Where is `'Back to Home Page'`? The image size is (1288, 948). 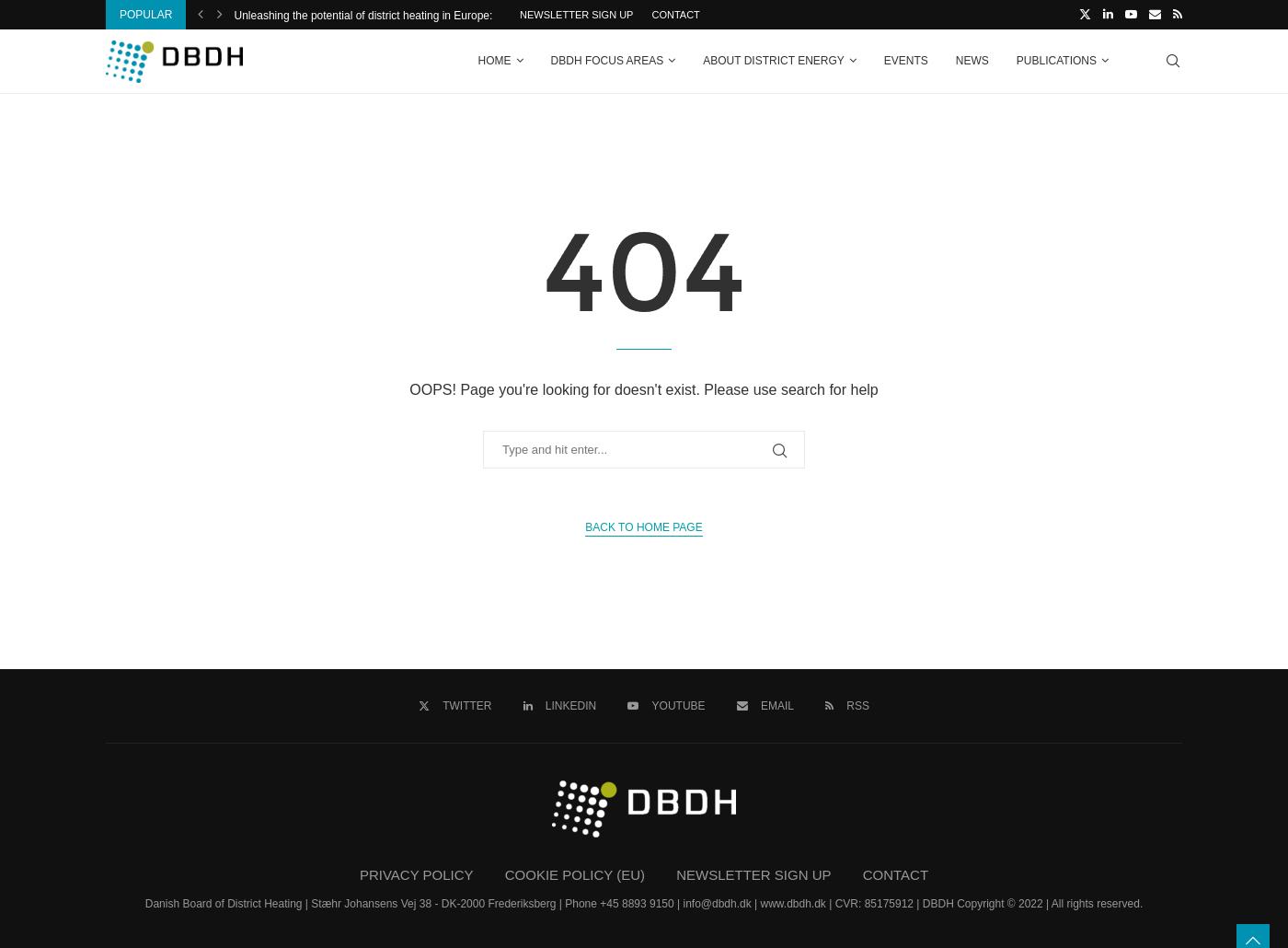 'Back to Home Page' is located at coordinates (643, 526).